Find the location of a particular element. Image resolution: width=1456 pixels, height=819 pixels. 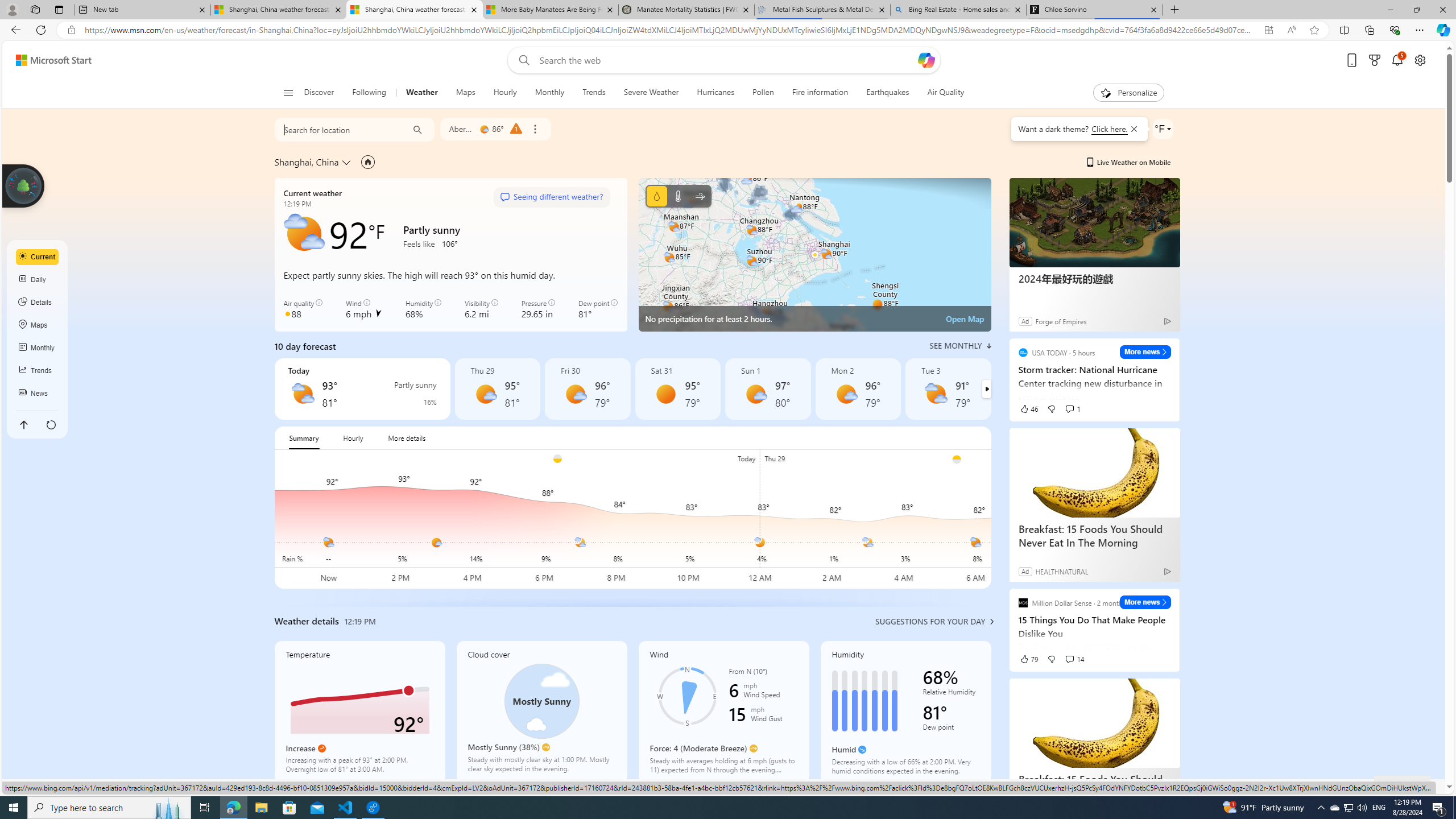

'More details' is located at coordinates (406, 437).